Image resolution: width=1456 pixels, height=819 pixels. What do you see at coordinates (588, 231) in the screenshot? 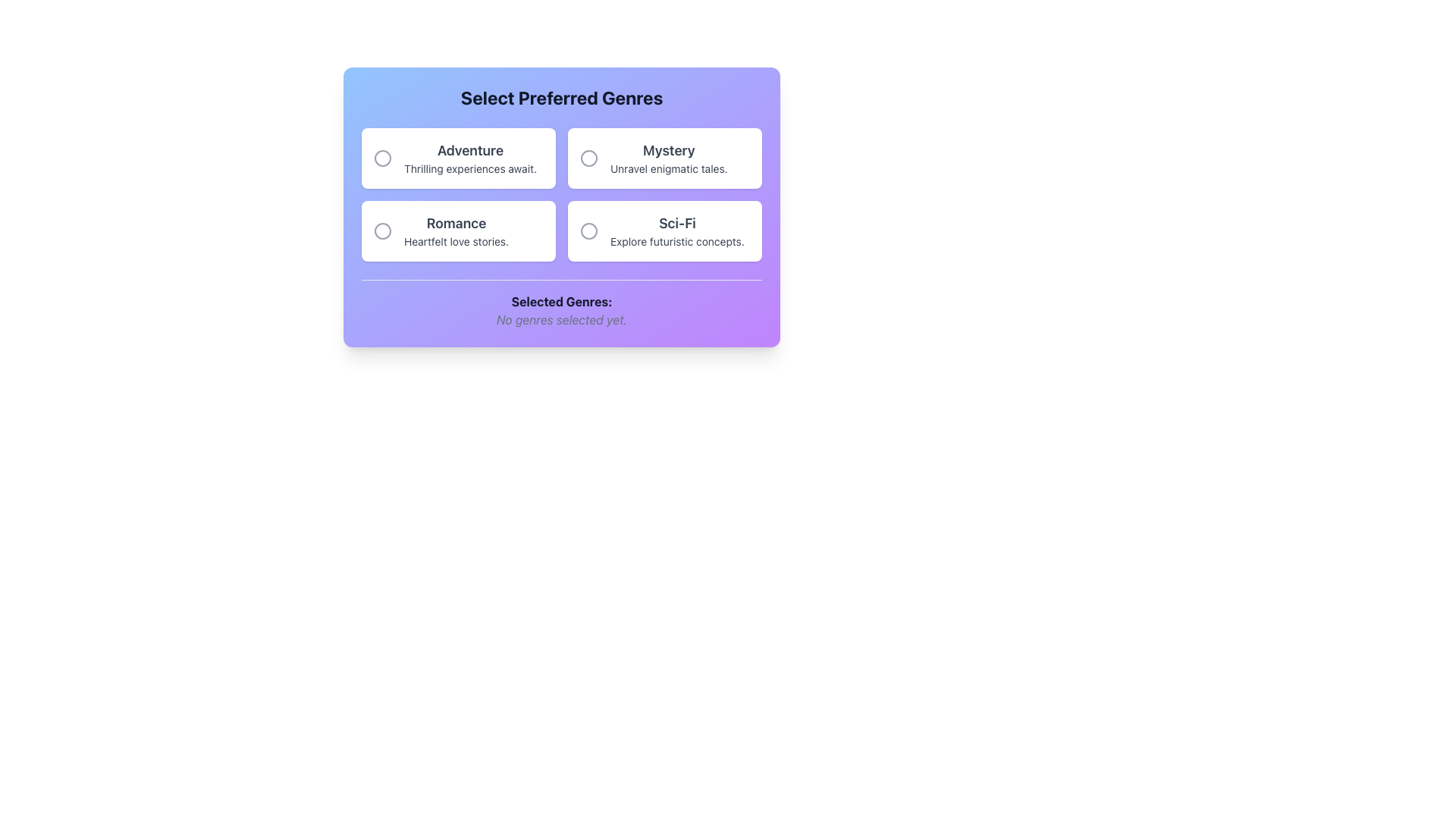
I see `the circular icon within the radio button for the 'Sci-Fi' category` at bounding box center [588, 231].